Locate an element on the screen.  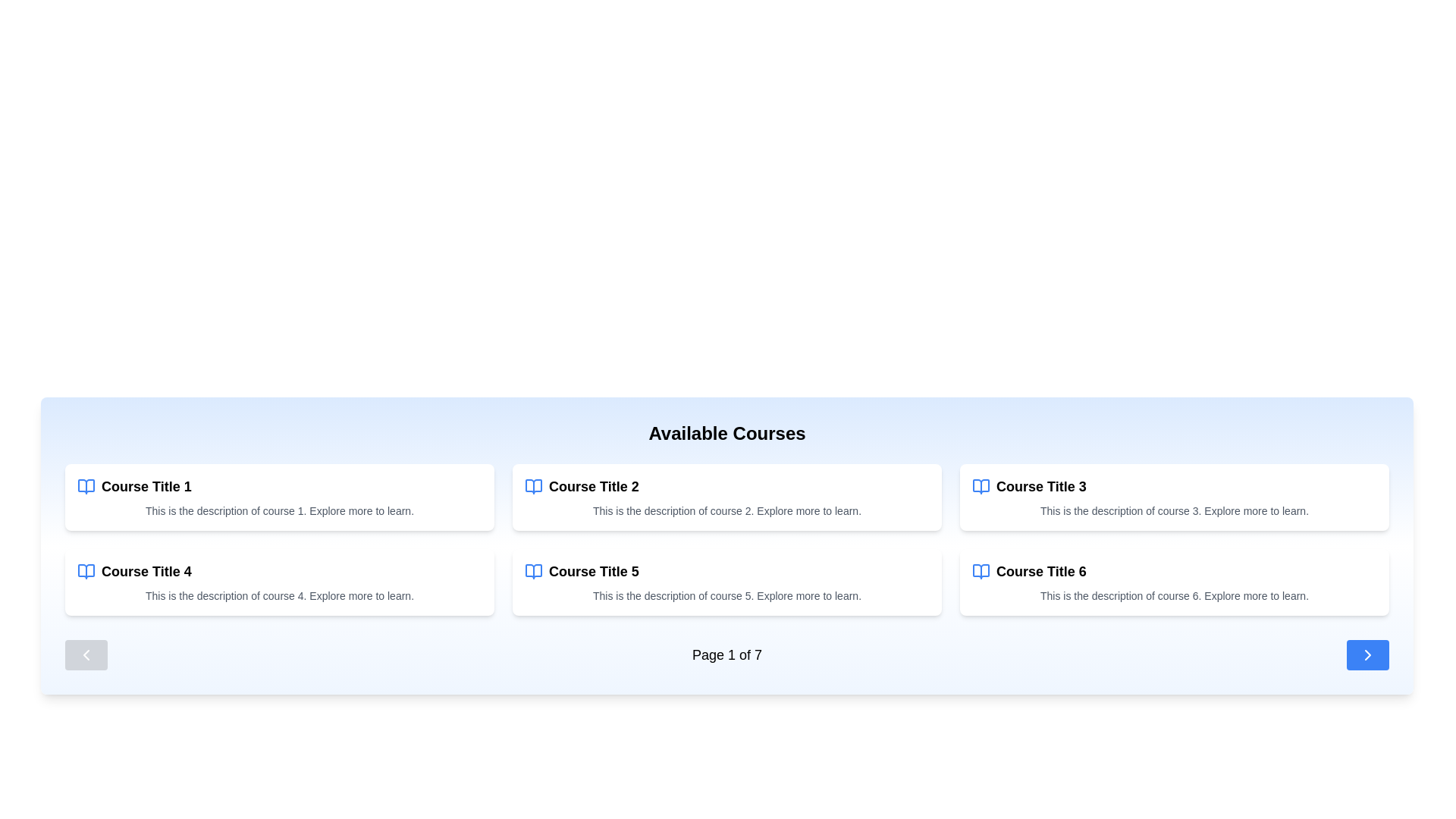
the decorative icon representing the course in the course card labeled 'Course Title 3', located in the third card of the top row is located at coordinates (981, 486).